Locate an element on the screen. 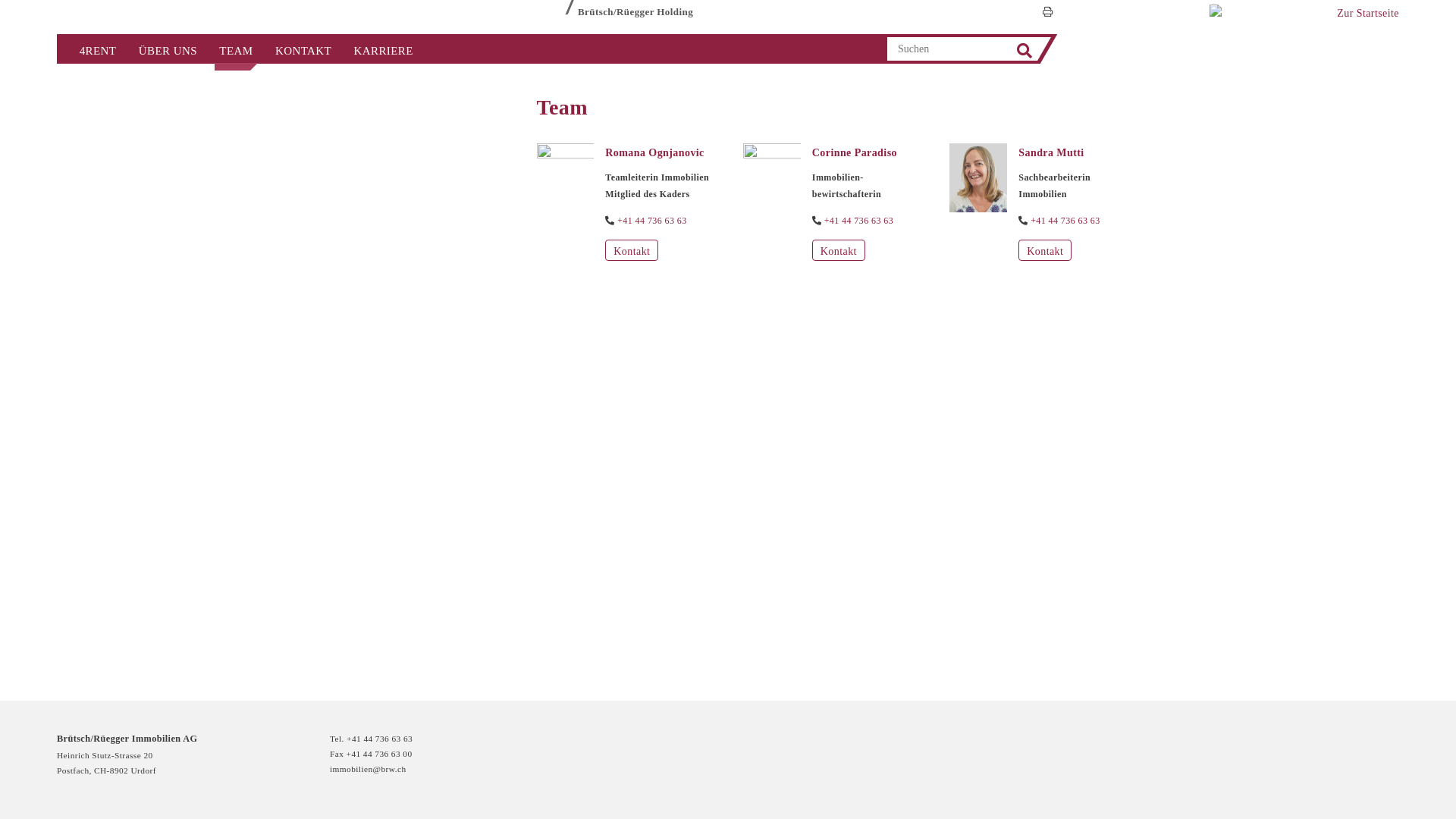  '+41 44 736 63 63' is located at coordinates (651, 221).